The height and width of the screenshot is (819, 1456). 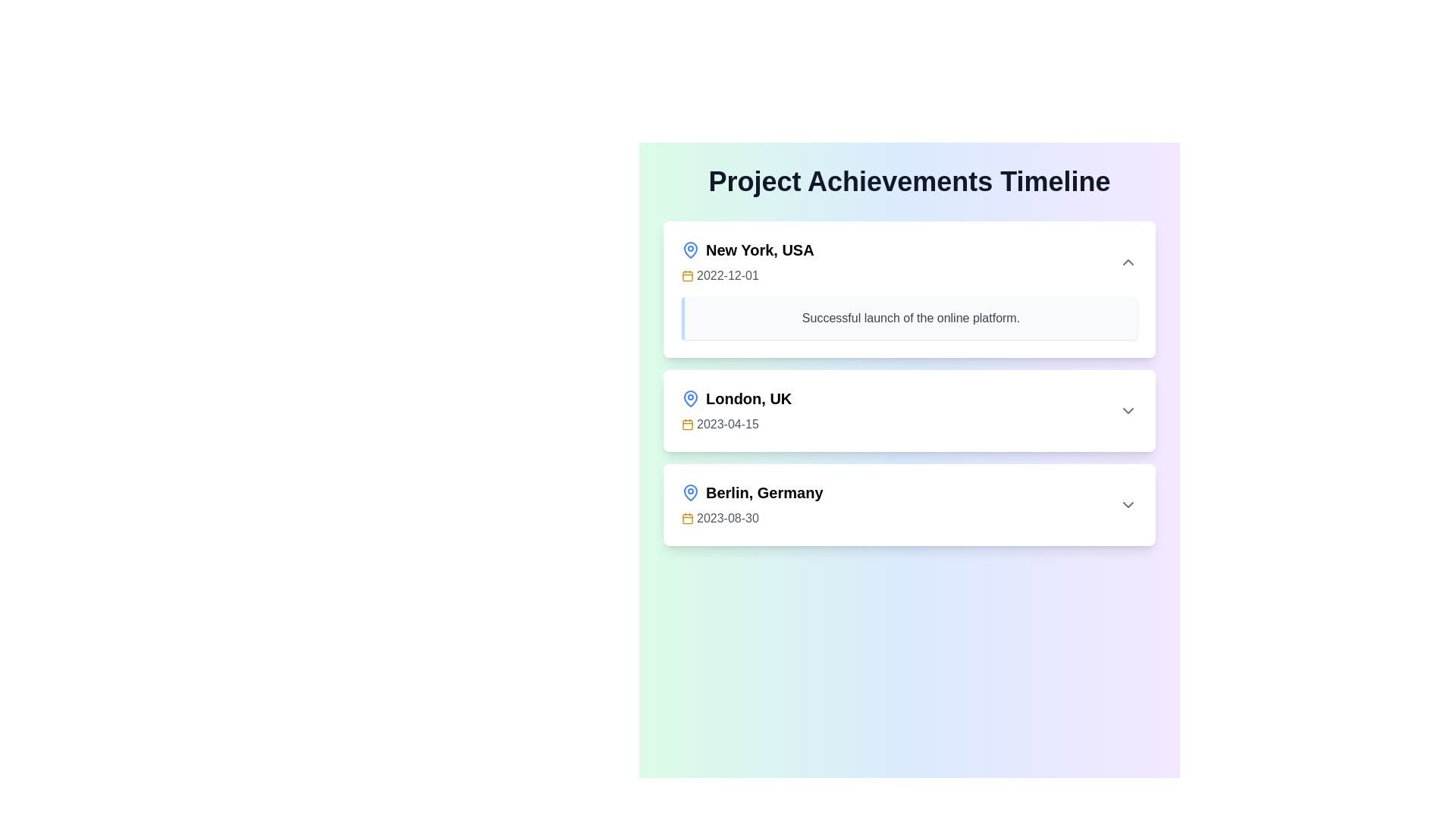 What do you see at coordinates (909, 505) in the screenshot?
I see `information contained in the textual content box displaying 'Berlin, Germany 2023-08-30', which is the third entry in a vertical list of event items` at bounding box center [909, 505].